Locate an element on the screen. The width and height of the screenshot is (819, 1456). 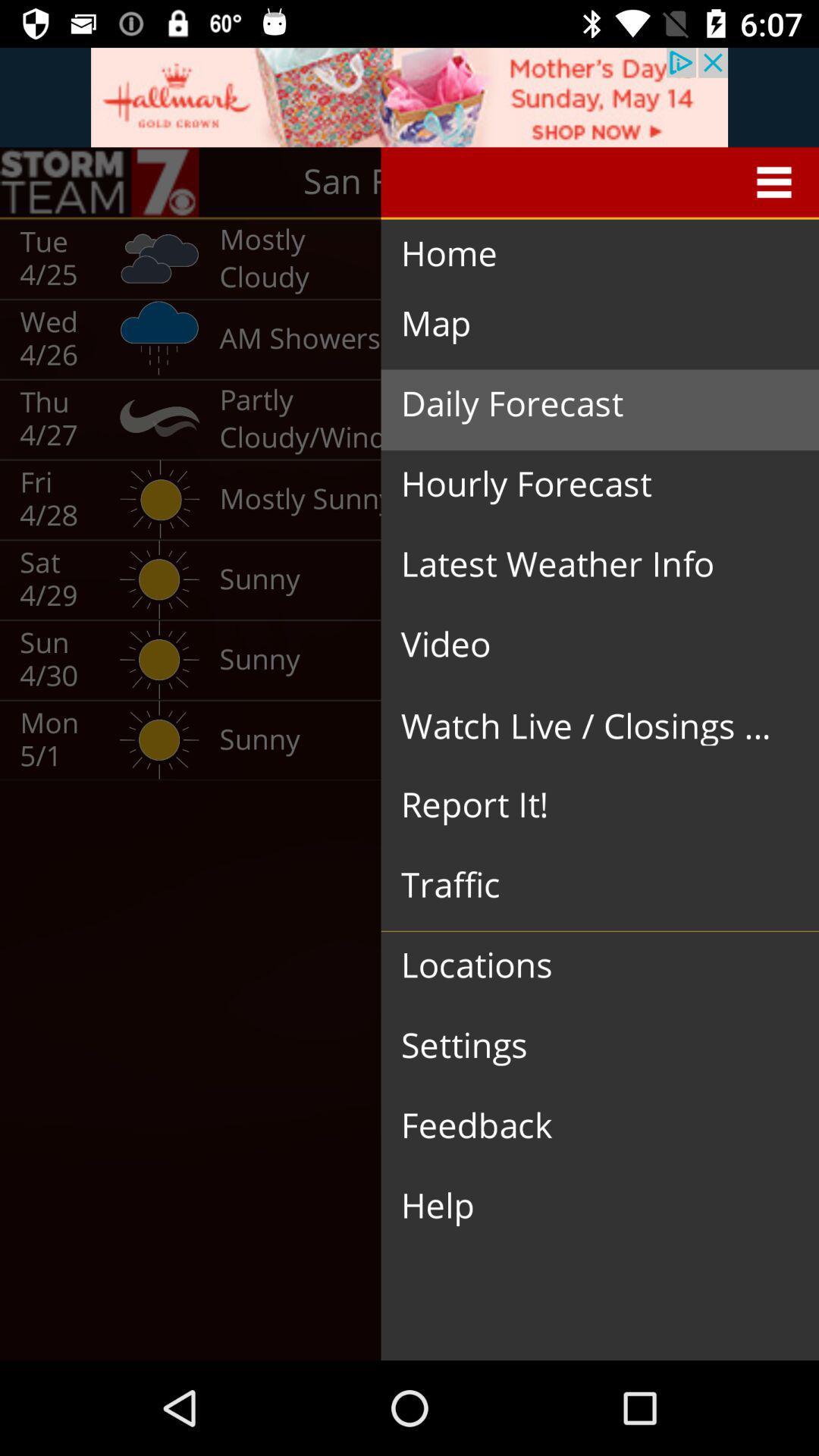
the icon to the right of am showers is located at coordinates (587, 404).